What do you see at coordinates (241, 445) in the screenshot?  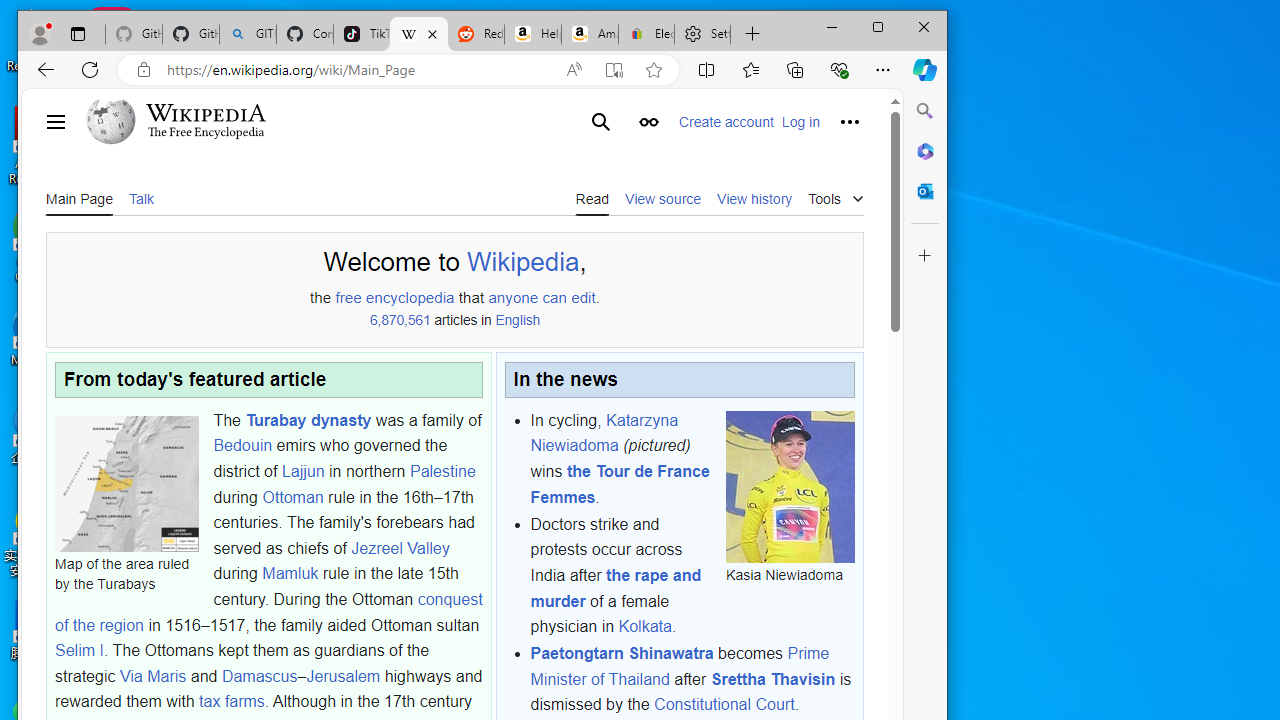 I see `'Bedouin'` at bounding box center [241, 445].